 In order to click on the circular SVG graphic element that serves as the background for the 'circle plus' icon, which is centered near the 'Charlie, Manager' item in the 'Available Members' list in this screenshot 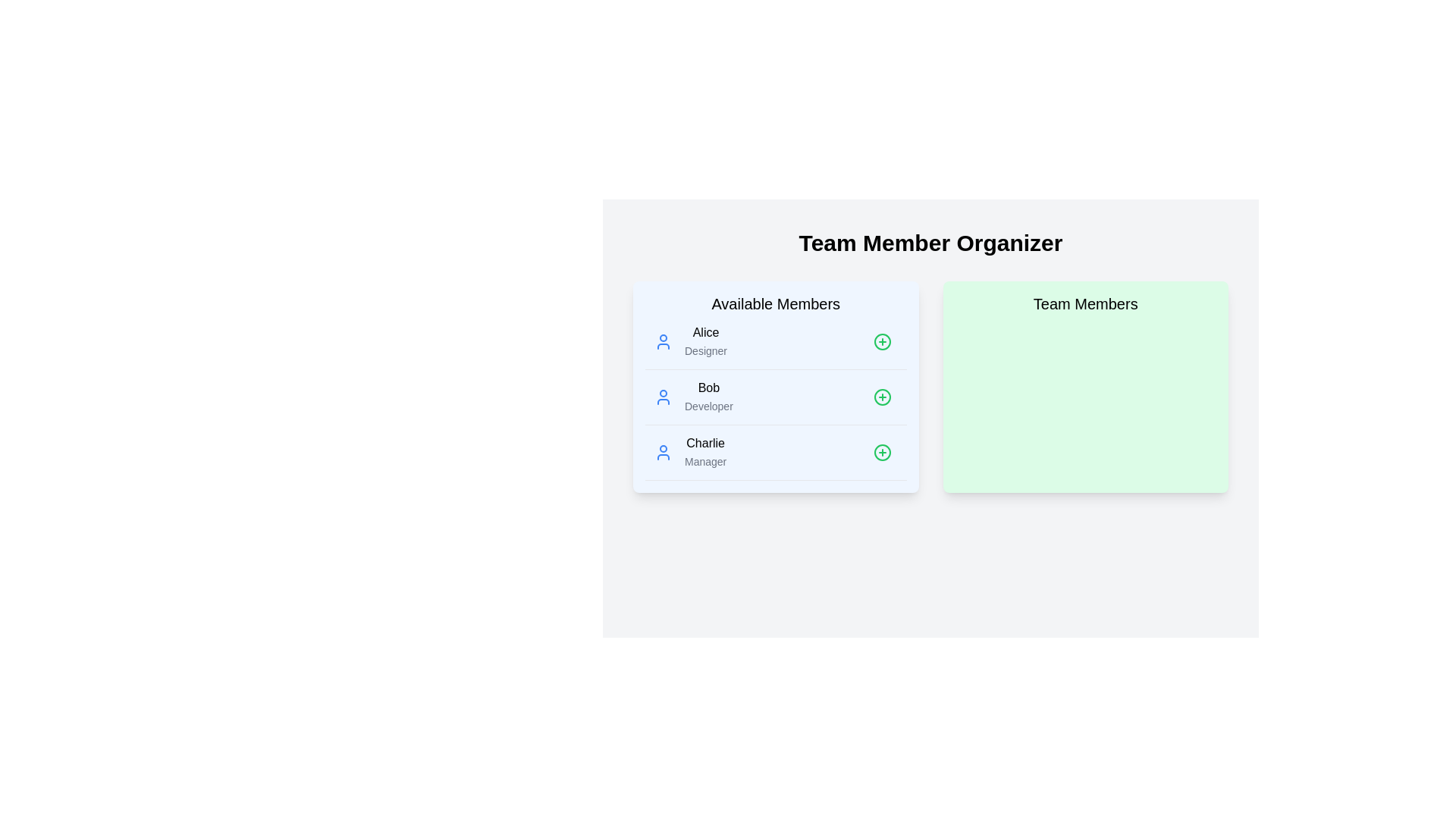, I will do `click(882, 452)`.